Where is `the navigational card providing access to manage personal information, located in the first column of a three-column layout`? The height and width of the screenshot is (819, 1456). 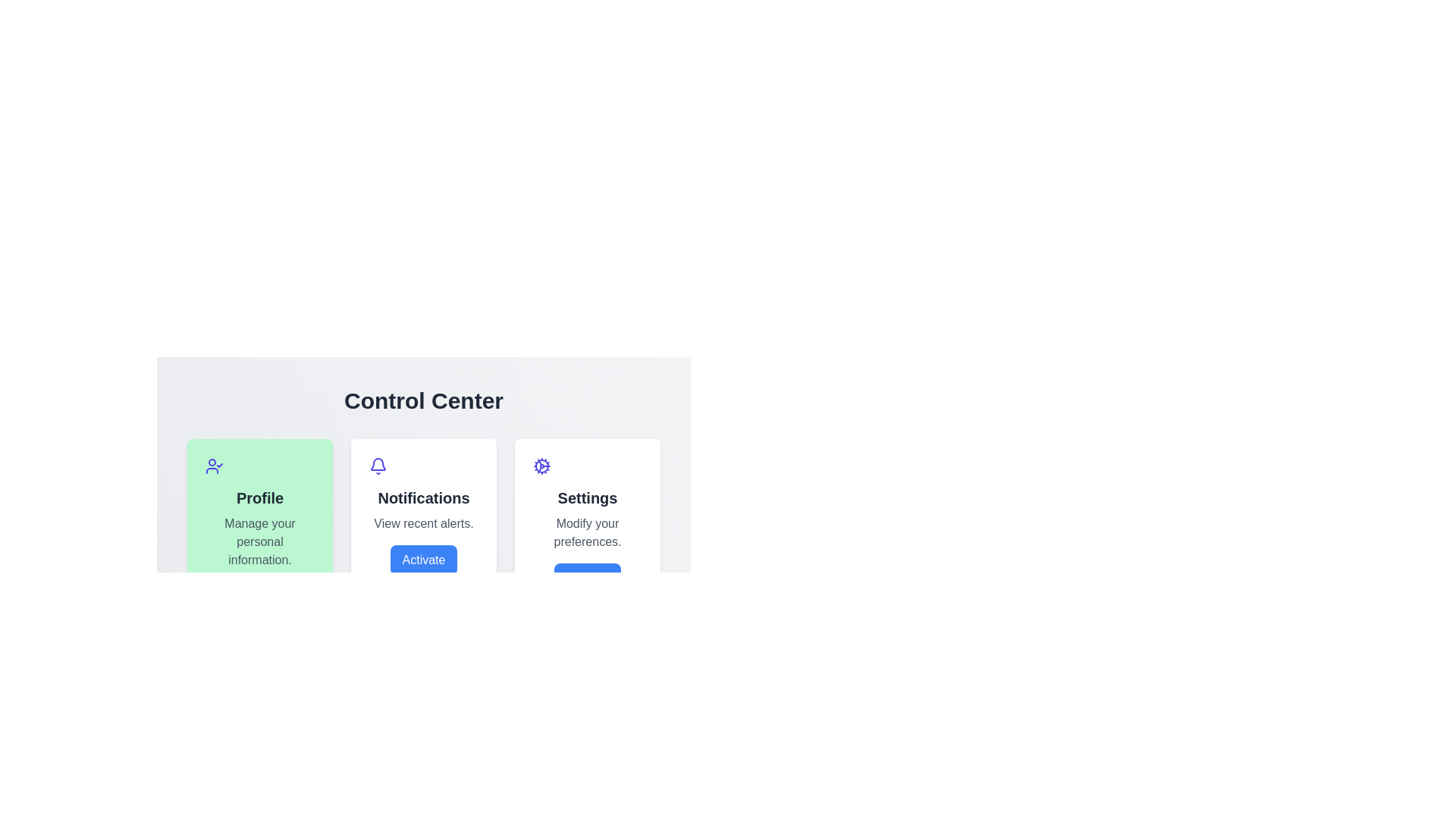 the navigational card providing access to manage personal information, located in the first column of a three-column layout is located at coordinates (259, 534).